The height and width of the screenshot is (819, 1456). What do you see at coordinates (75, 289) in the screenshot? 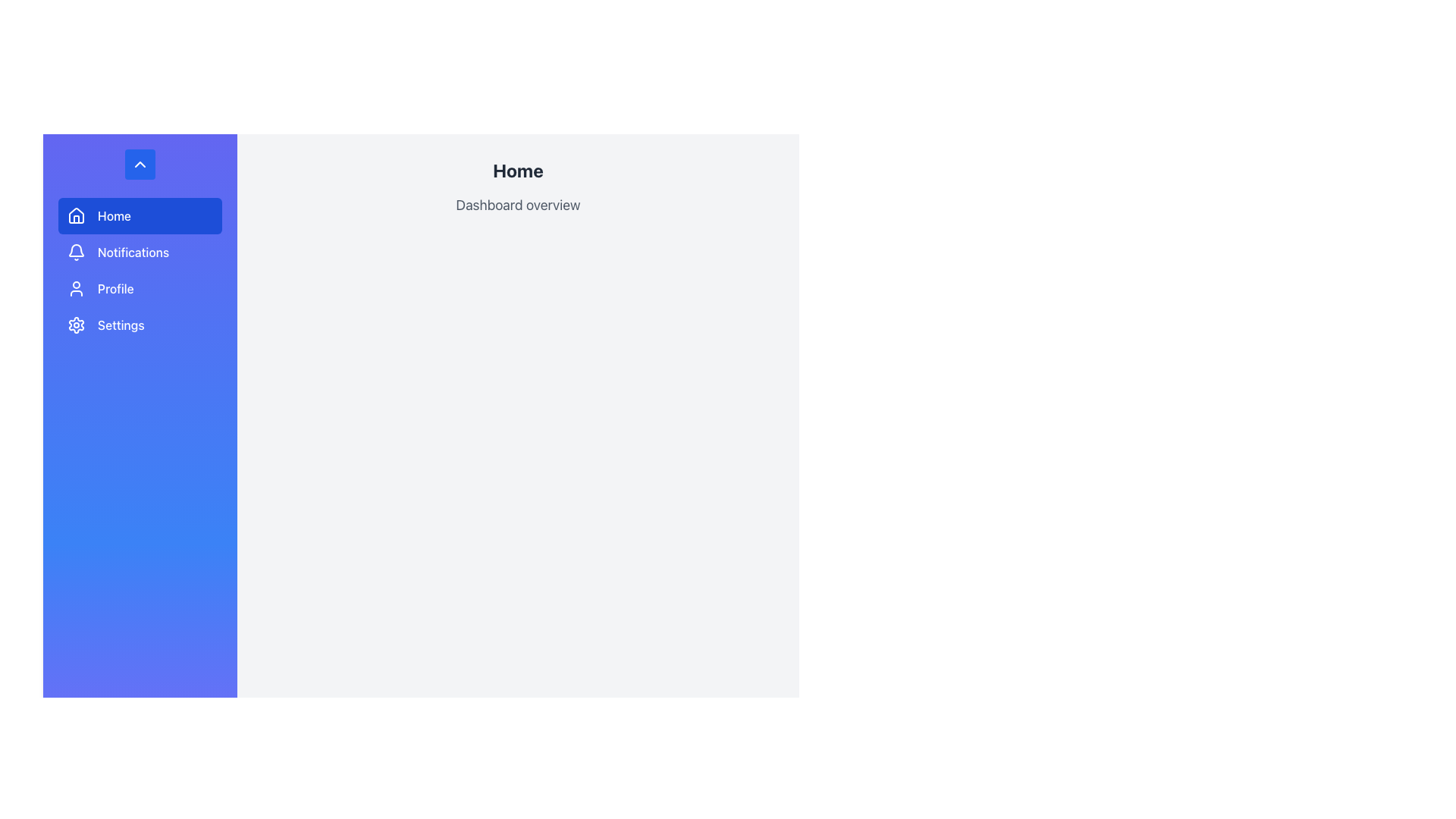
I see `the user profile icon, which is a white outline figure on a blue background, located next to the 'Profile' label in the left sidebar` at bounding box center [75, 289].